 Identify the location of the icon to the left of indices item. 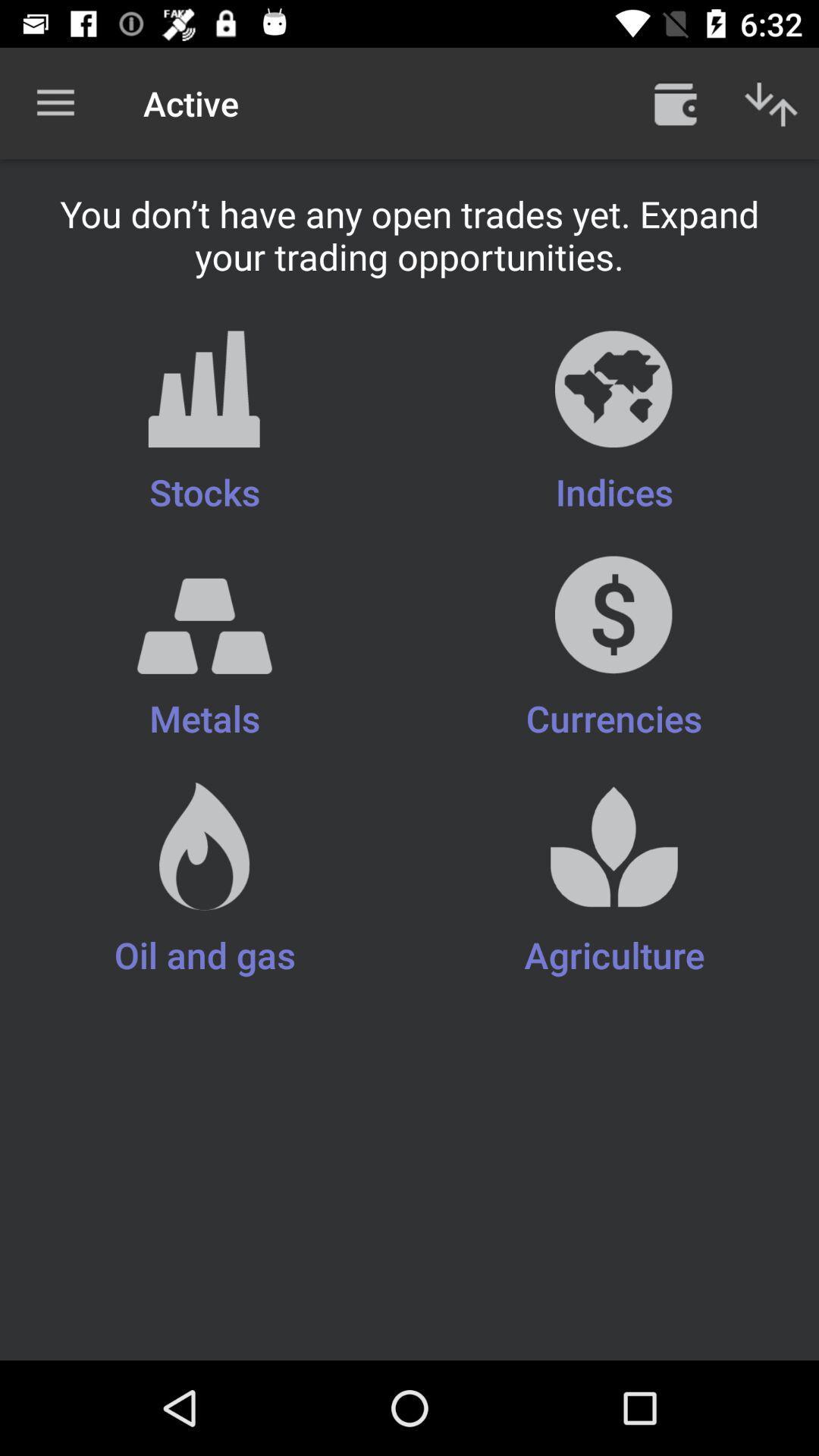
(205, 423).